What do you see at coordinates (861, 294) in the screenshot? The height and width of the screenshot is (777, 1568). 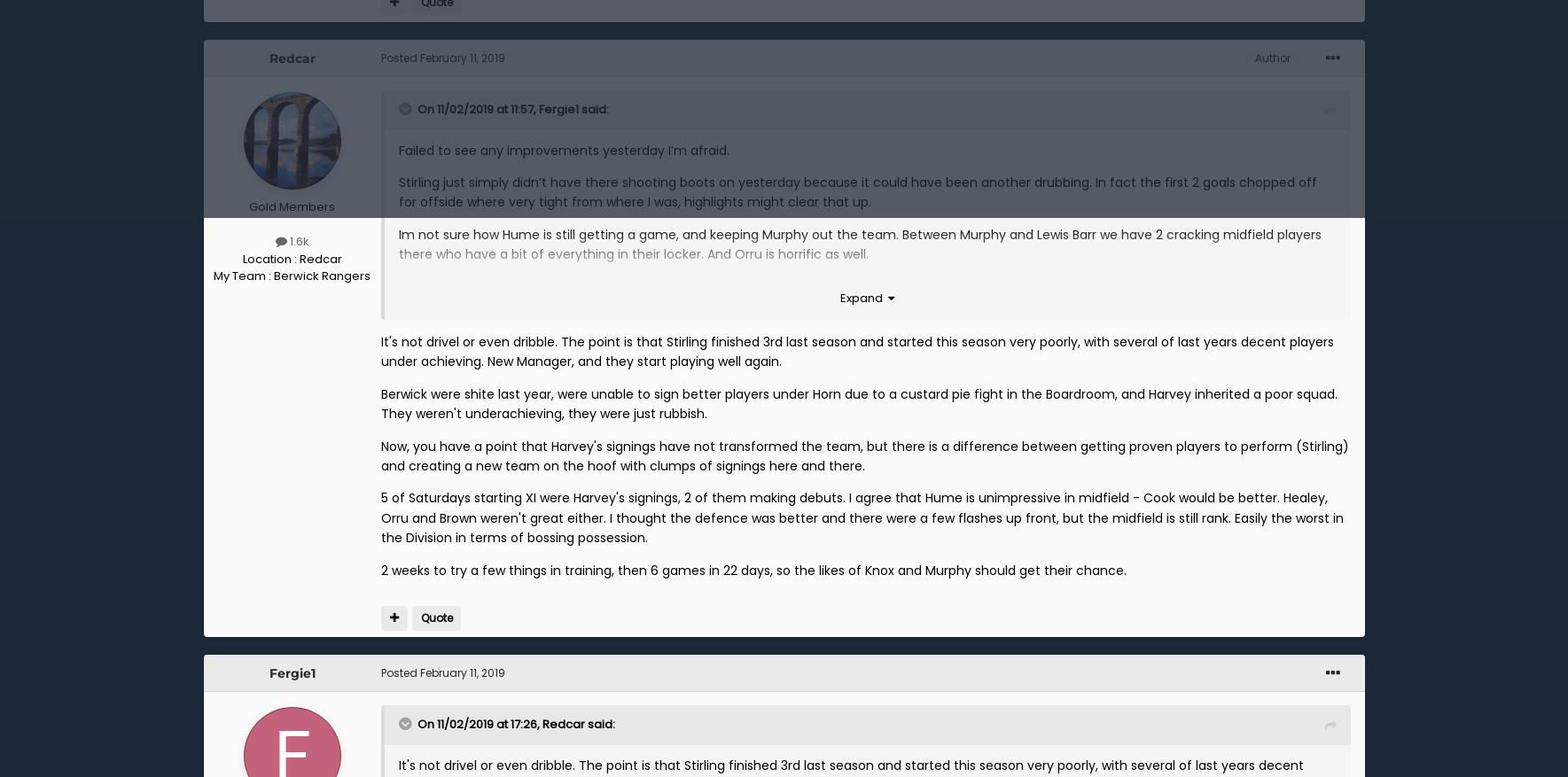 I see `'Promising signs from back 4 and Given time/games the back 4 will only become better, but they are under a constant threat for 90 mins due to the dross they have in front of them.'` at bounding box center [861, 294].